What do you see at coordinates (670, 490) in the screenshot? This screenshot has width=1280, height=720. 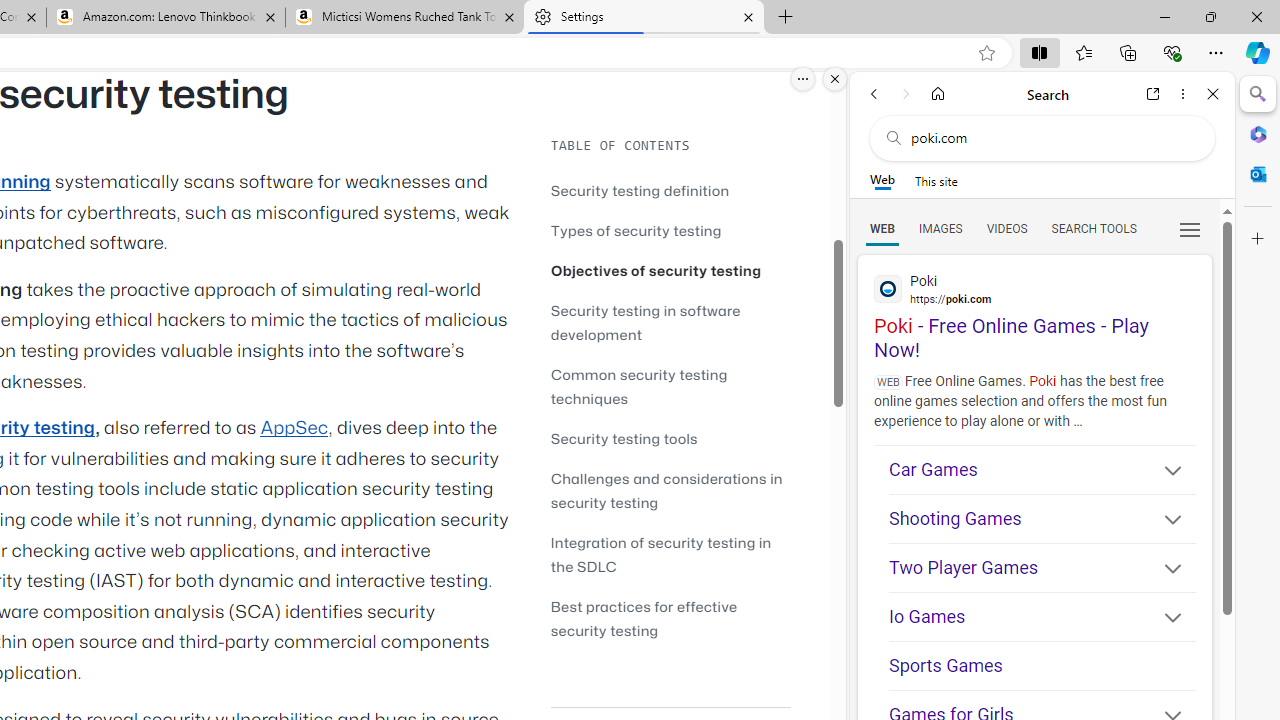 I see `'Challenges and considerations in security testing'` at bounding box center [670, 490].